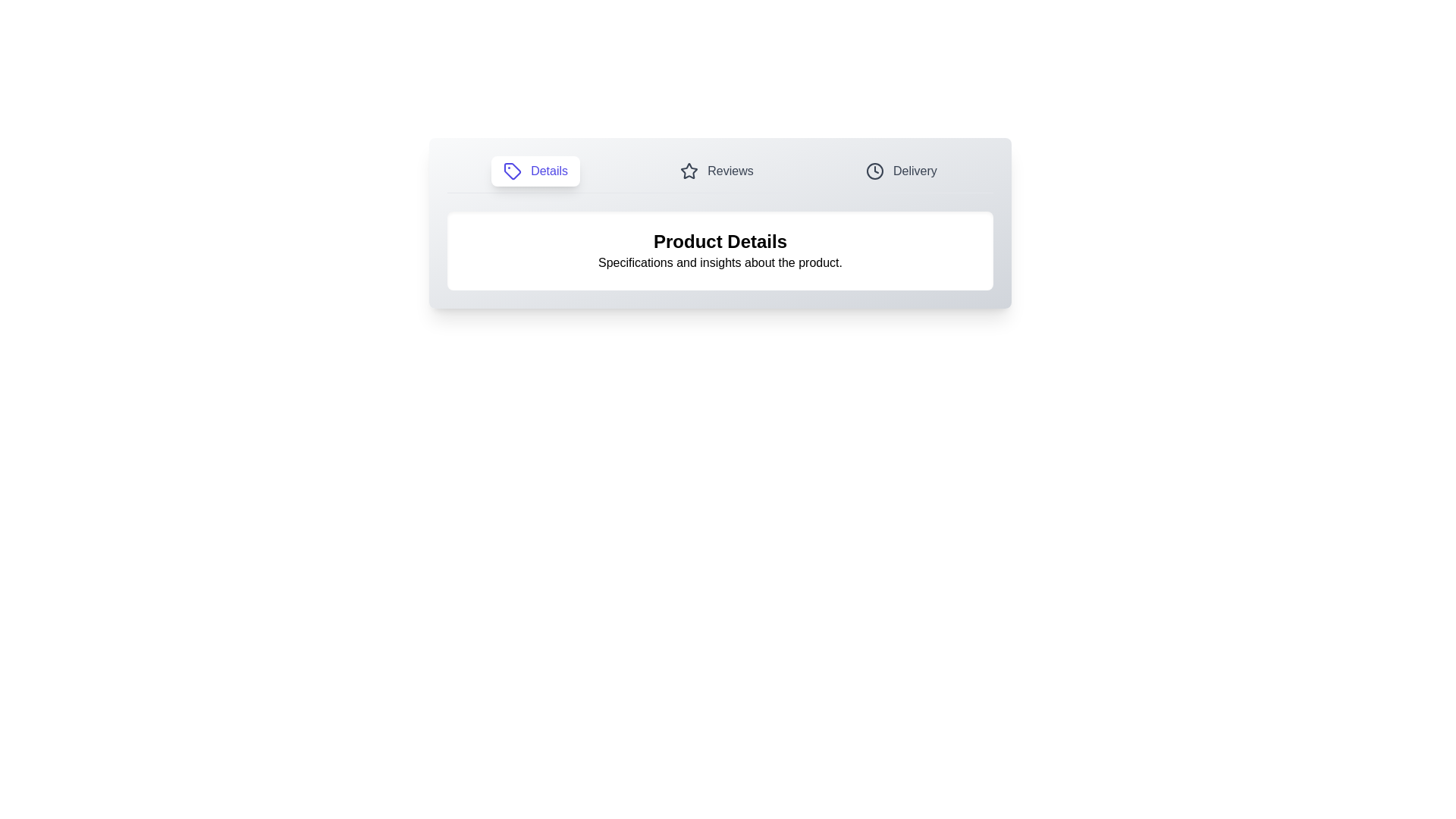  Describe the element at coordinates (535, 171) in the screenshot. I see `the Details tab` at that location.